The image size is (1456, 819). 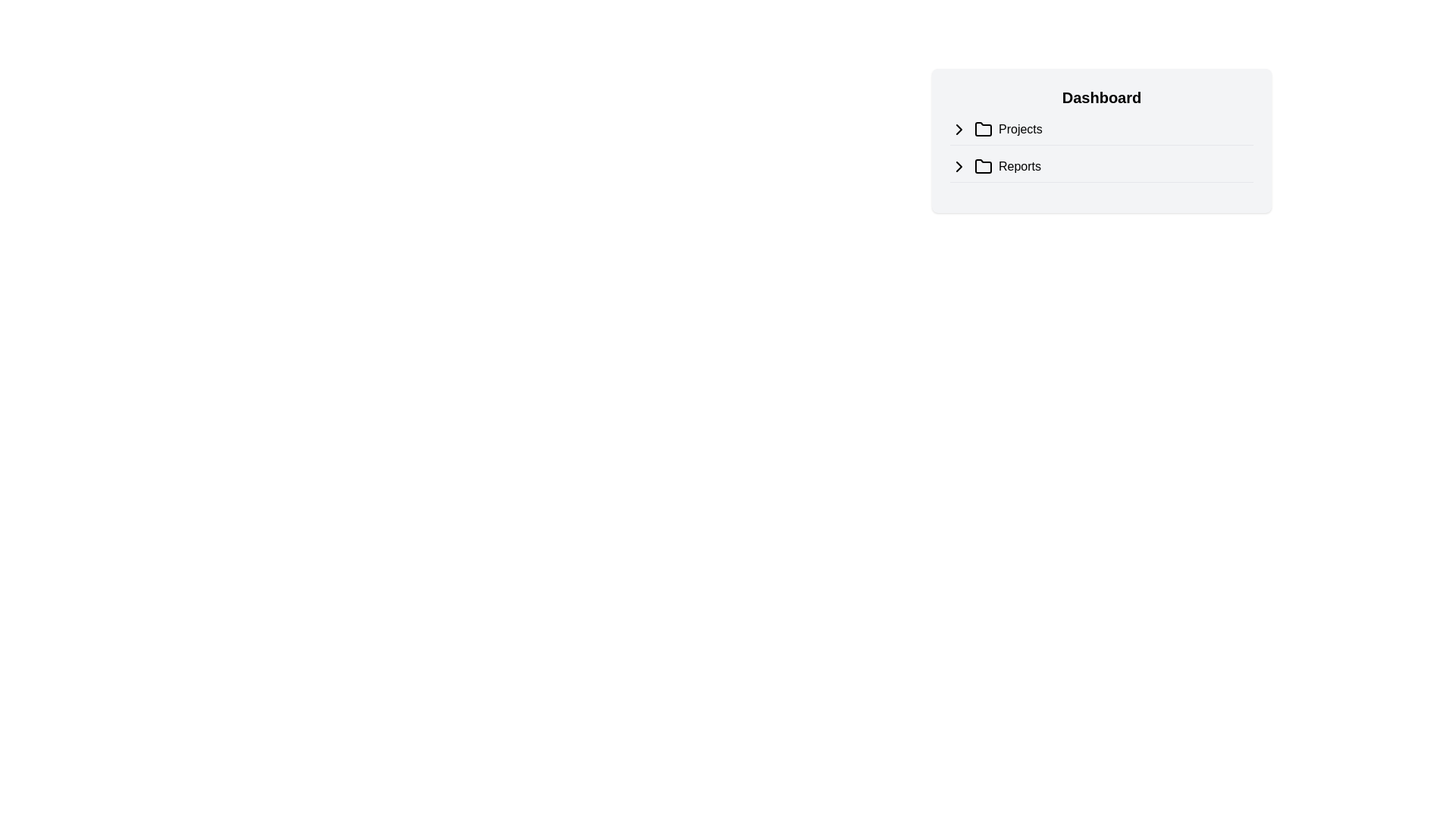 I want to click on the rightward-pointing chevron icon, which is a thin black line drawing located in the navigation panel adjacent to the 'Projects' label, so click(x=959, y=128).